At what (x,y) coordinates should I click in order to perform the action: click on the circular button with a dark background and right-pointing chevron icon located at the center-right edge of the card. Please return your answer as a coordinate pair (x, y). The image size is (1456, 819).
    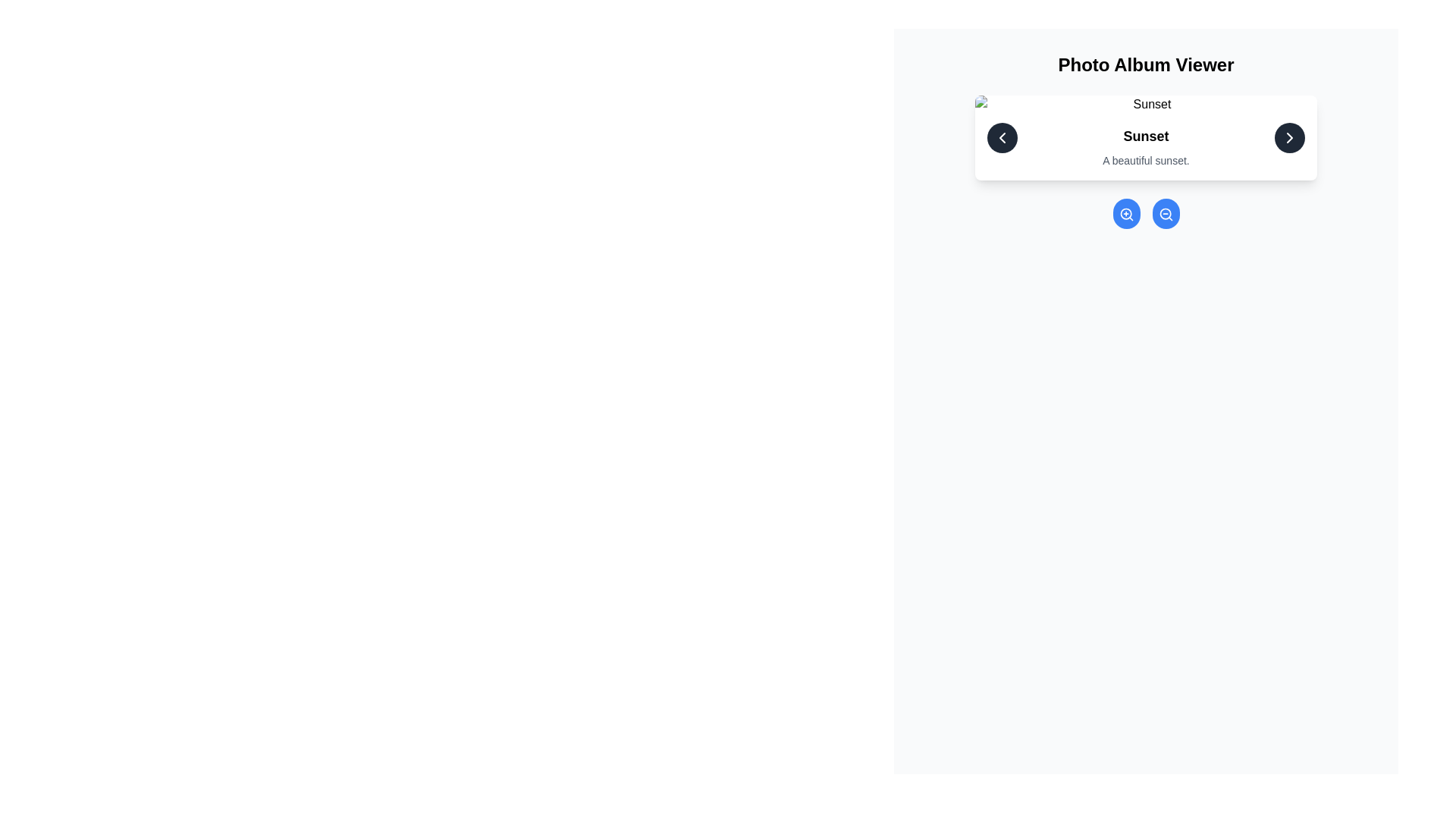
    Looking at the image, I should click on (1288, 137).